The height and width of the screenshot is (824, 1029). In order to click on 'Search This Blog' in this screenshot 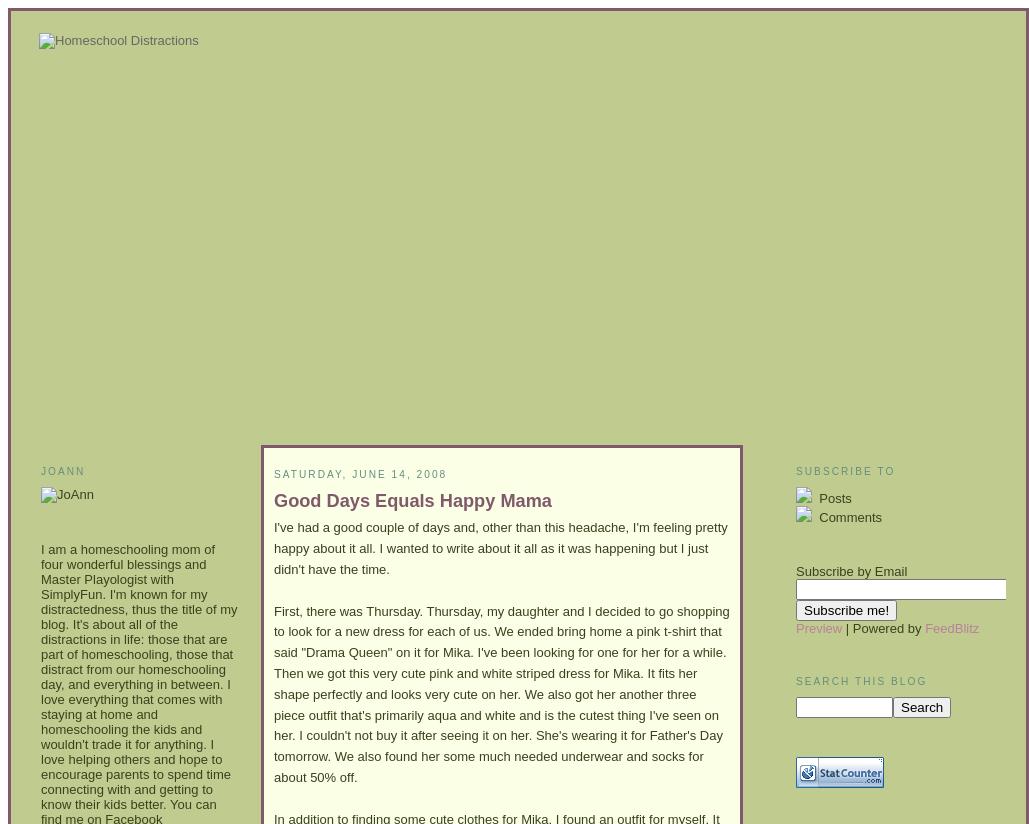, I will do `click(796, 680)`.